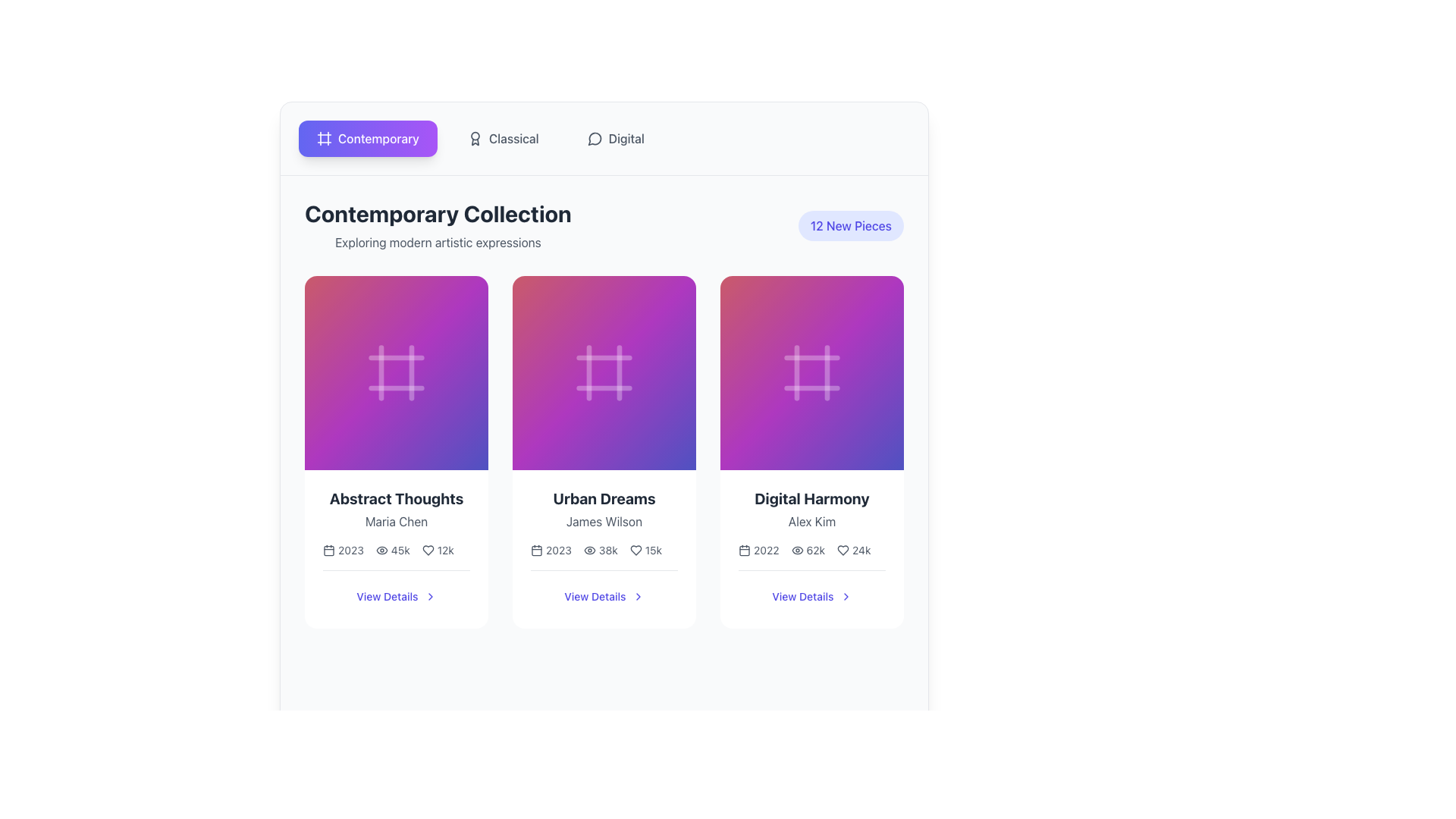 This screenshot has height=819, width=1456. I want to click on the 'View Details' button, which is a horizontally aligned button with an indigo font color and an icon resembling a right-pointing chevron, located at the bottom center of the card titled 'Abstract Thoughts' associated with 'Maria Chen', so click(397, 595).